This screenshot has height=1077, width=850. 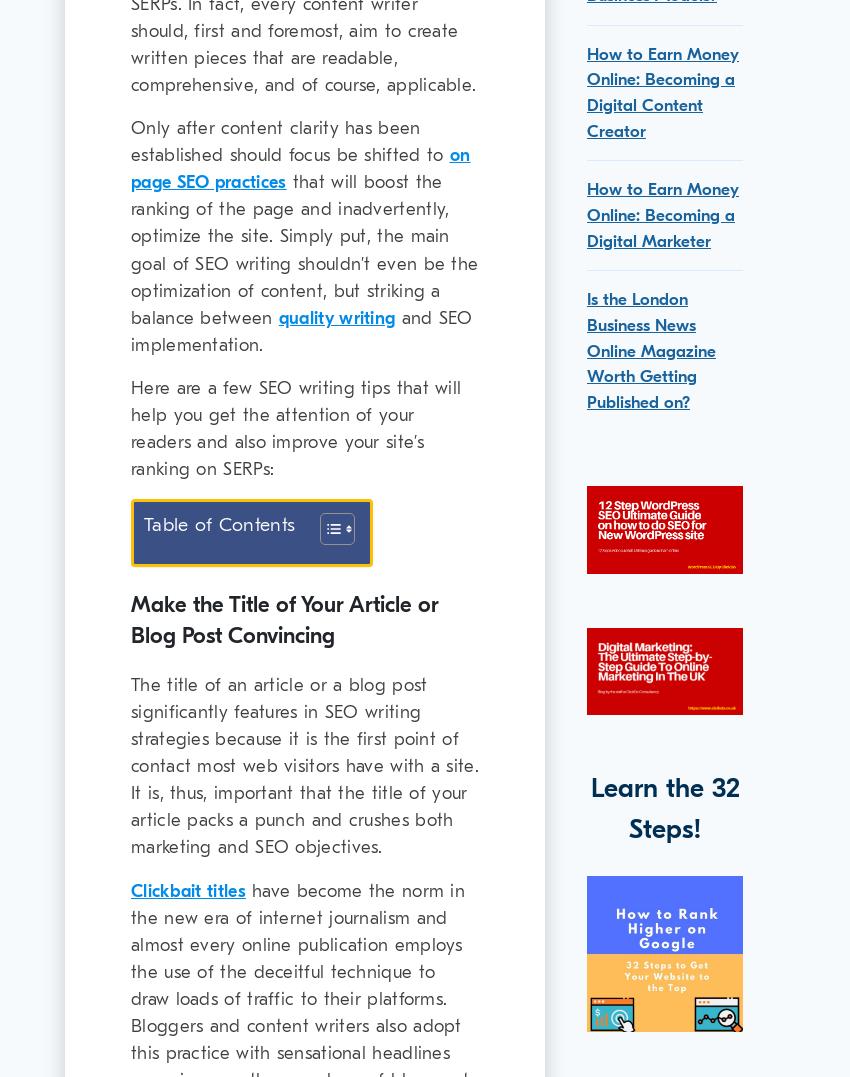 What do you see at coordinates (304, 248) in the screenshot?
I see `'that will boost the ranking of the page and inadvertently, optimize the site. Simply put, the main goal of SEO writing shouldn’t even be the optimization of content, but striking a balance between'` at bounding box center [304, 248].